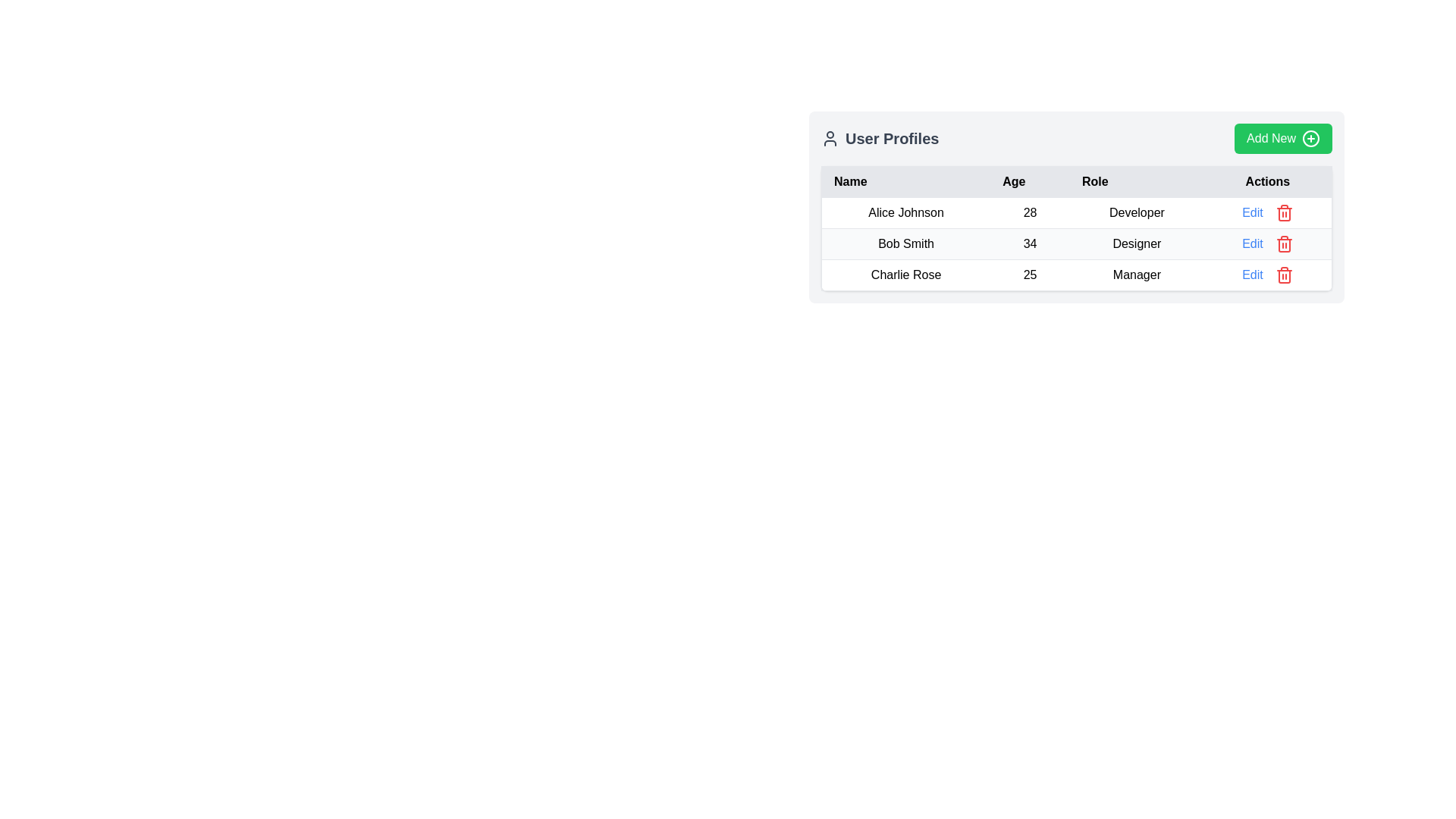 This screenshot has width=1456, height=819. Describe the element at coordinates (1283, 213) in the screenshot. I see `the delete action button with a red trash can icon located in the 'Actions' column of the third row within the user table` at that location.